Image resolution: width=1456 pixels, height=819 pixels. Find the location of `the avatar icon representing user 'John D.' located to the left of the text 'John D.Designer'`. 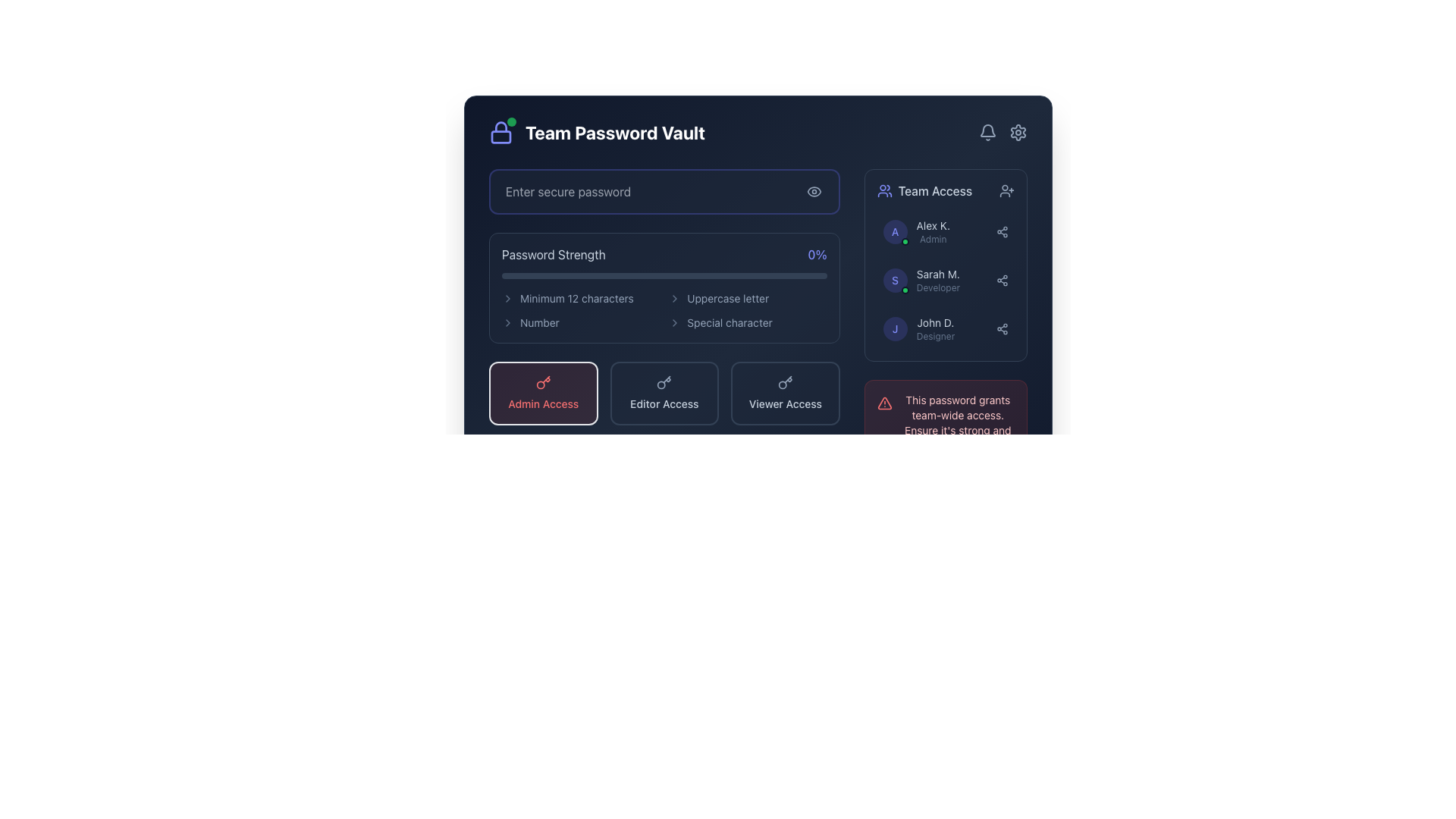

the avatar icon representing user 'John D.' located to the left of the text 'John D.Designer' is located at coordinates (895, 328).